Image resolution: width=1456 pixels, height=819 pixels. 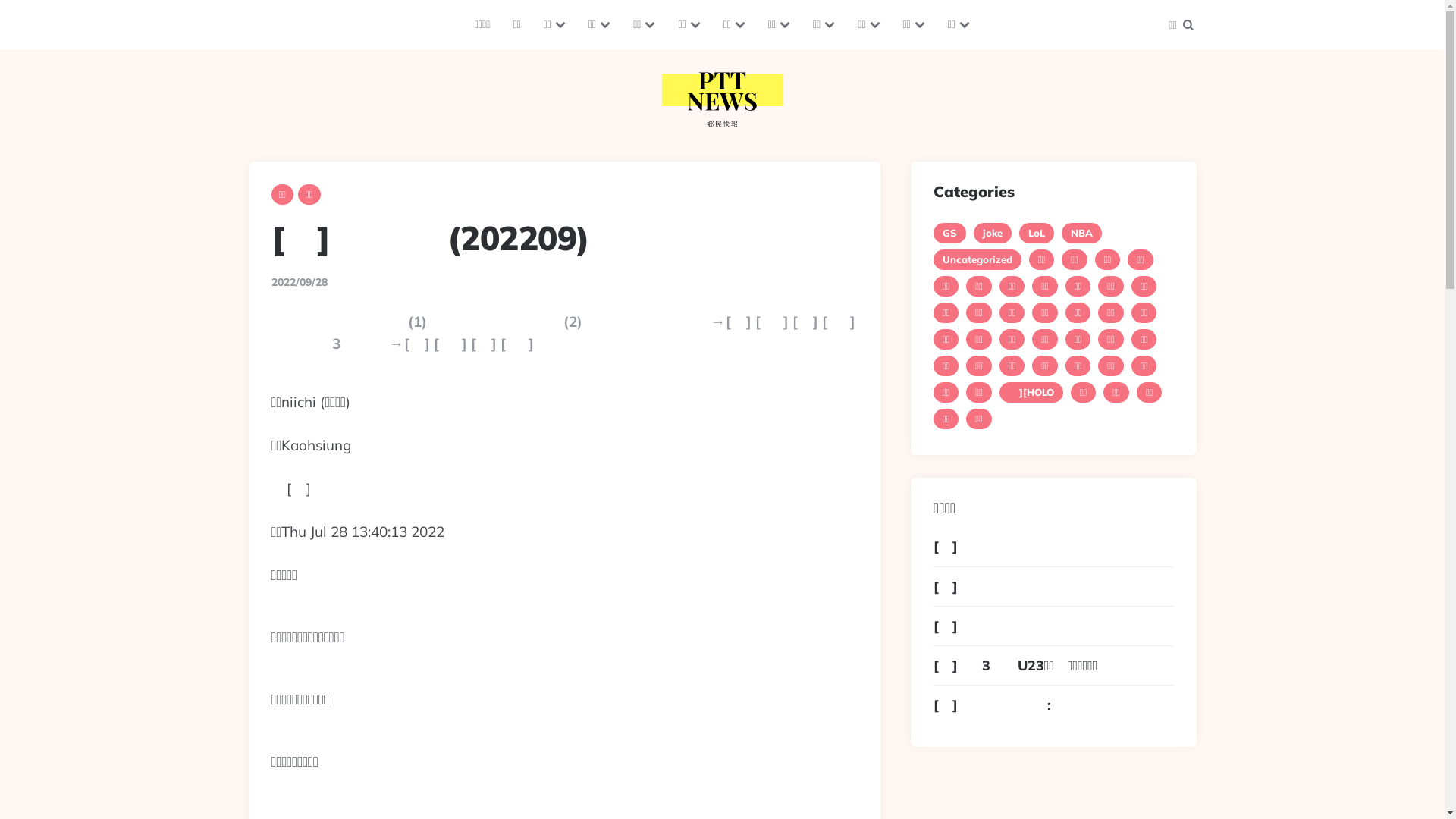 What do you see at coordinates (932, 233) in the screenshot?
I see `'GS'` at bounding box center [932, 233].